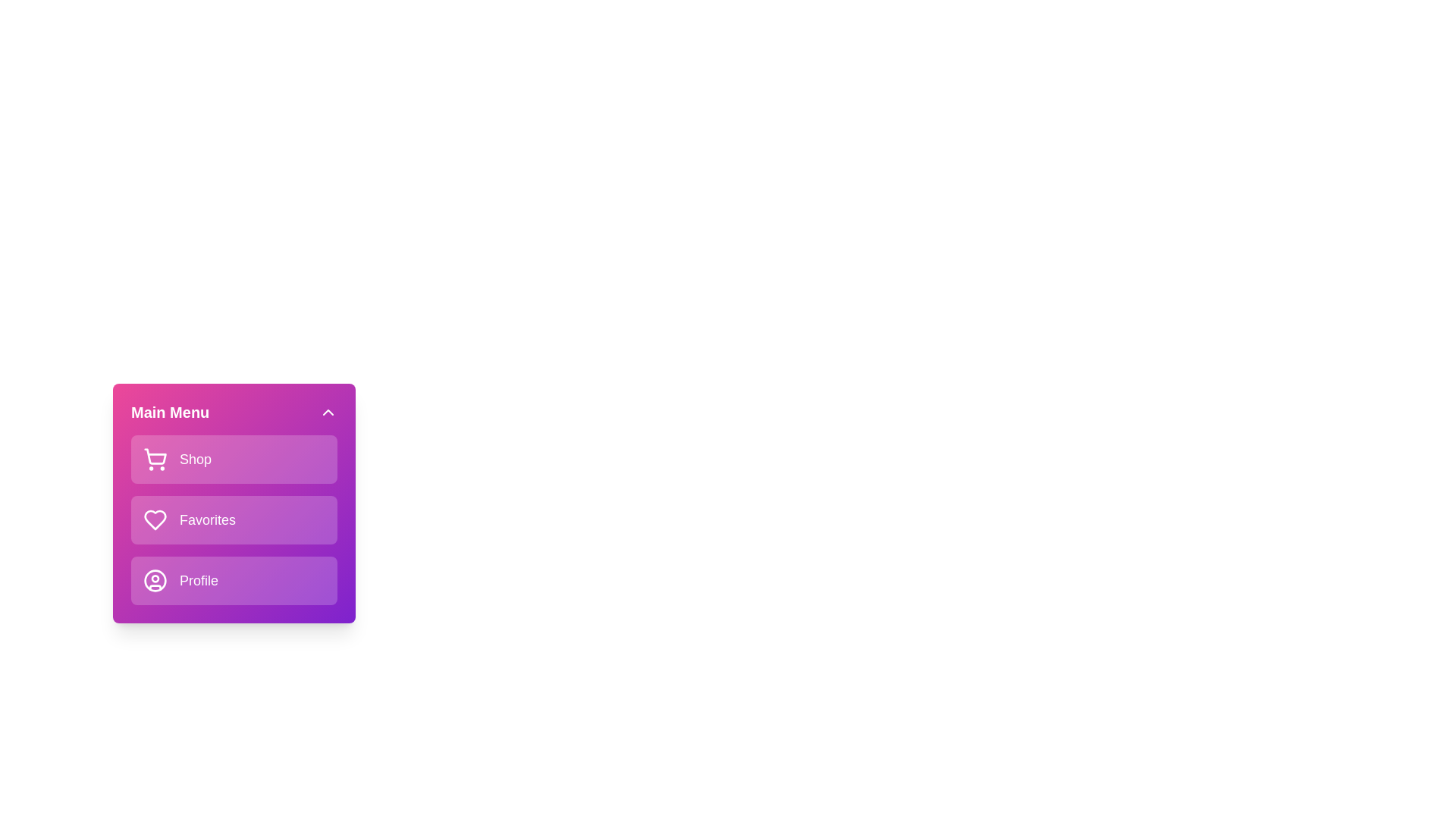 The height and width of the screenshot is (819, 1456). Describe the element at coordinates (327, 412) in the screenshot. I see `toggle button to toggle the visibility of the menu` at that location.